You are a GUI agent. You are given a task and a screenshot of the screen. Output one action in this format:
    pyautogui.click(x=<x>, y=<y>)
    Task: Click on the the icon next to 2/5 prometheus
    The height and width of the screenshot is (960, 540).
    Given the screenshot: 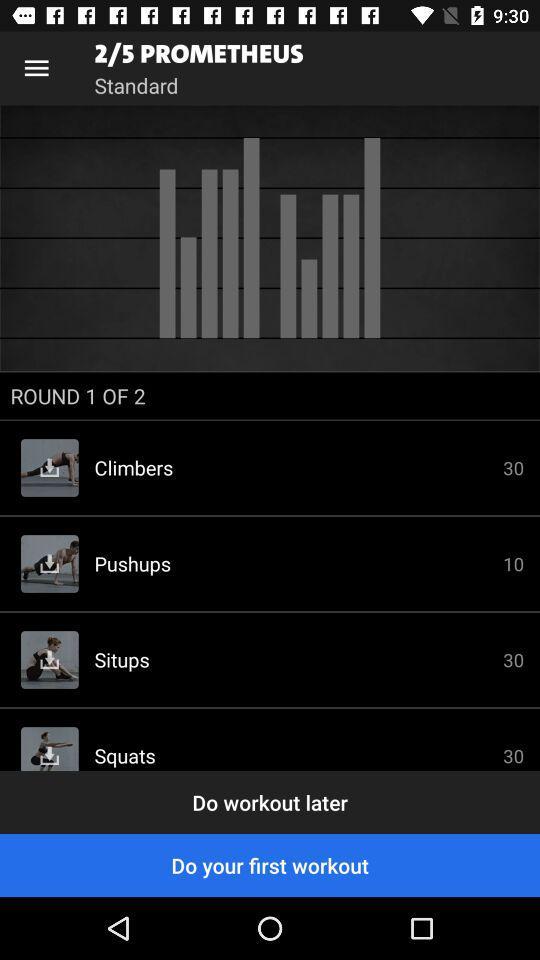 What is the action you would take?
    pyautogui.click(x=36, y=68)
    